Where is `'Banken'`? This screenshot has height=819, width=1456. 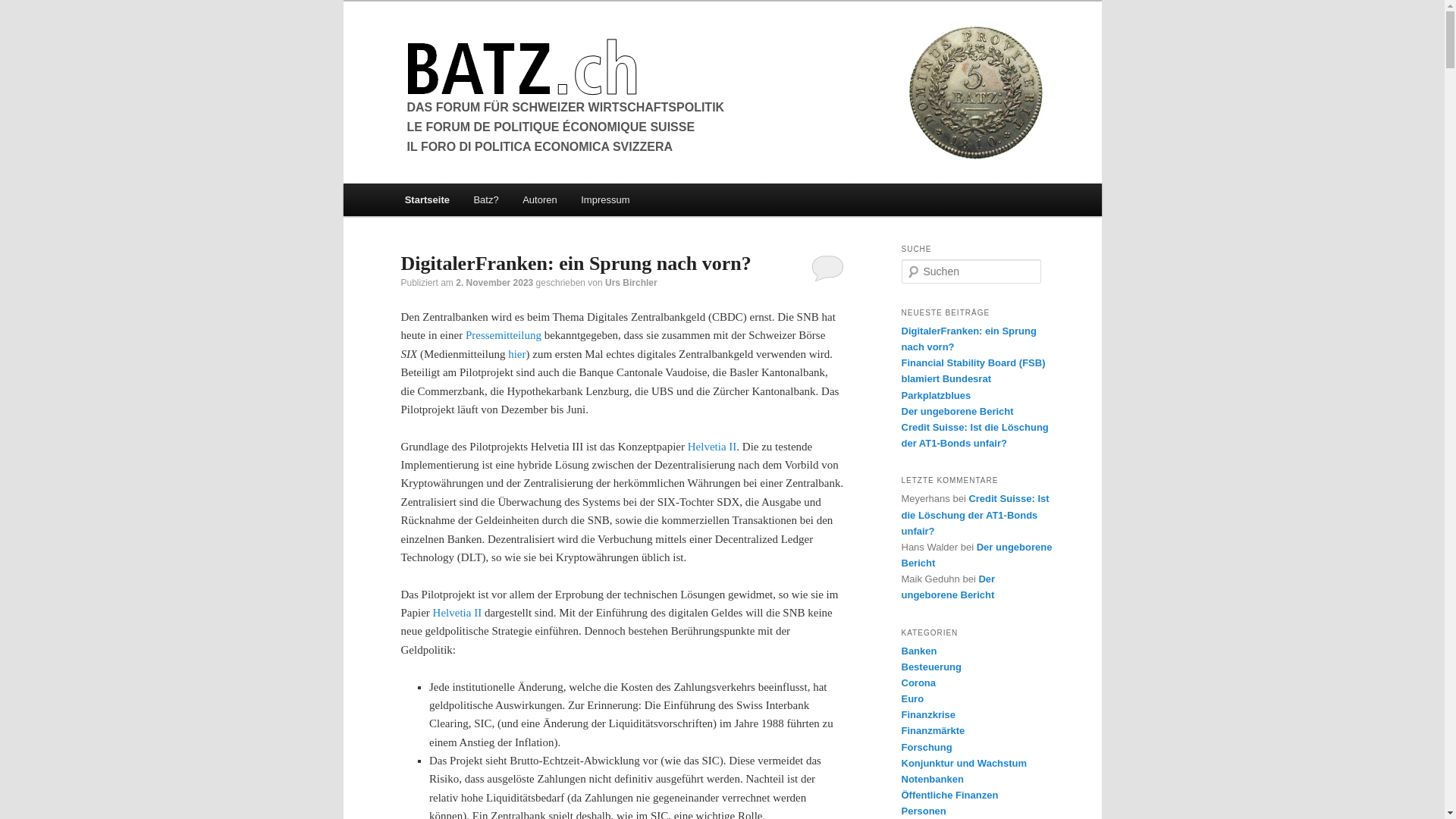
'Banken' is located at coordinates (918, 650).